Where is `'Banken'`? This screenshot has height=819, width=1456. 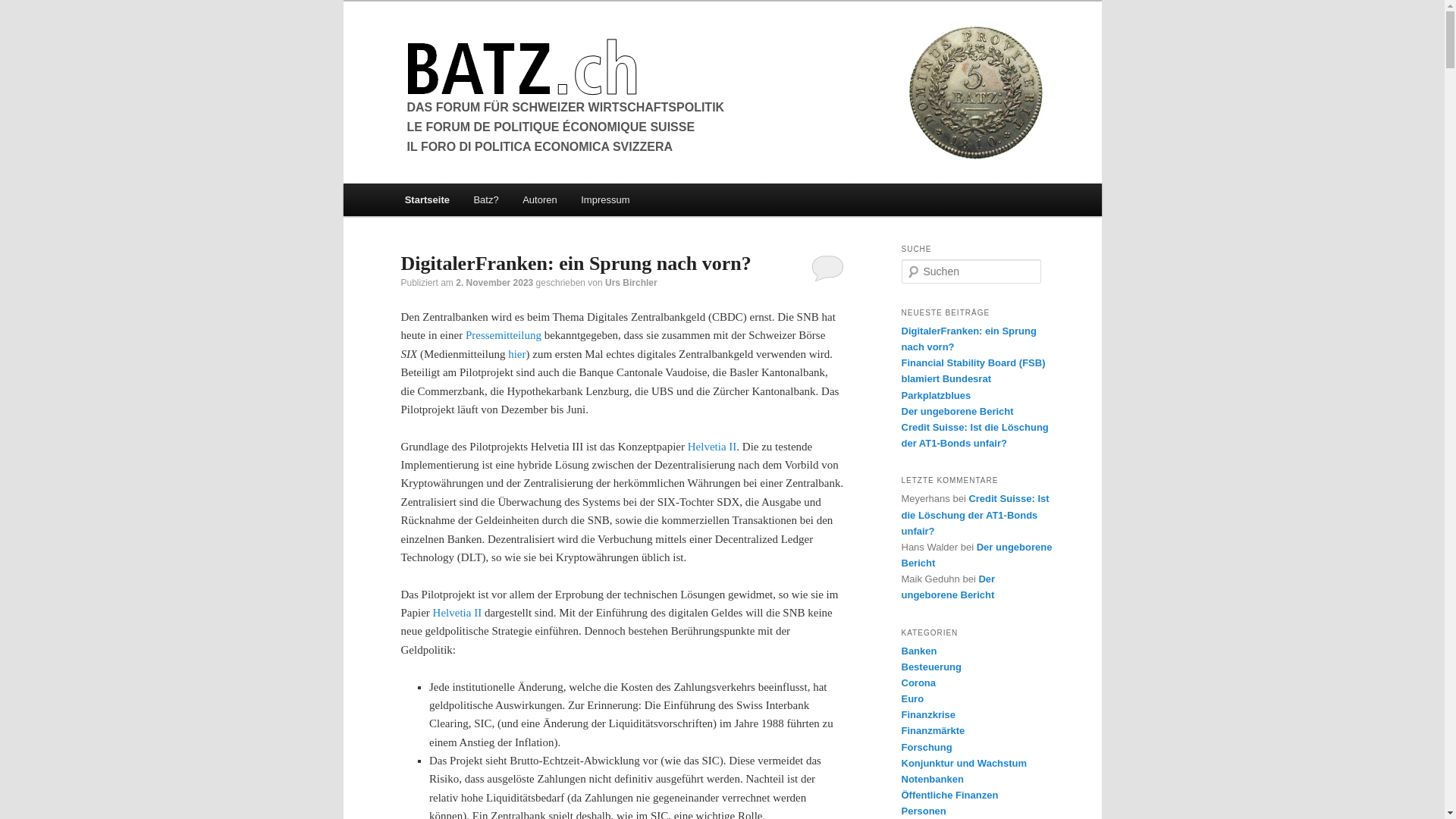
'Banken' is located at coordinates (918, 650).